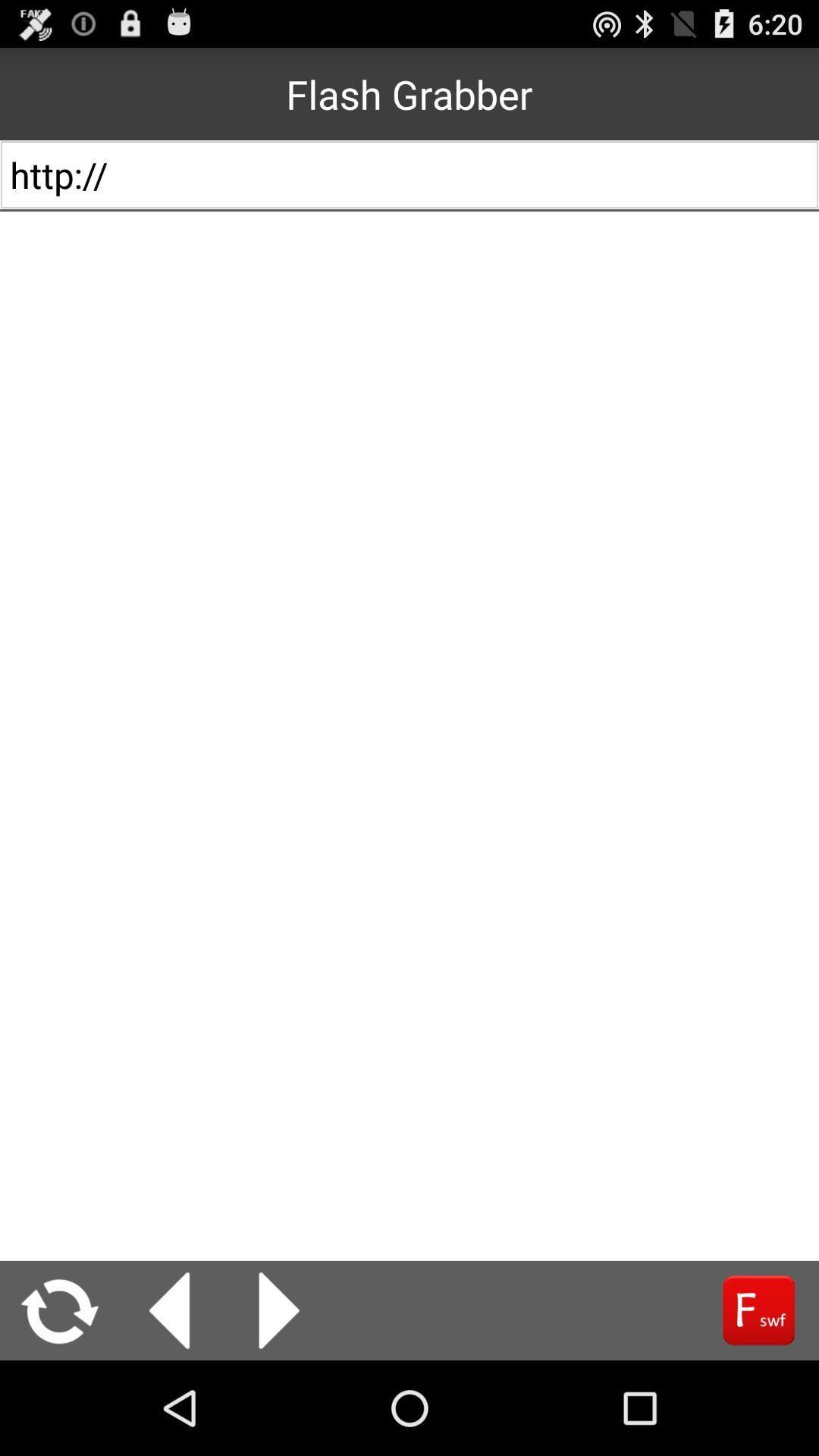 The image size is (819, 1456). Describe the element at coordinates (758, 1401) in the screenshot. I see `the folder icon` at that location.